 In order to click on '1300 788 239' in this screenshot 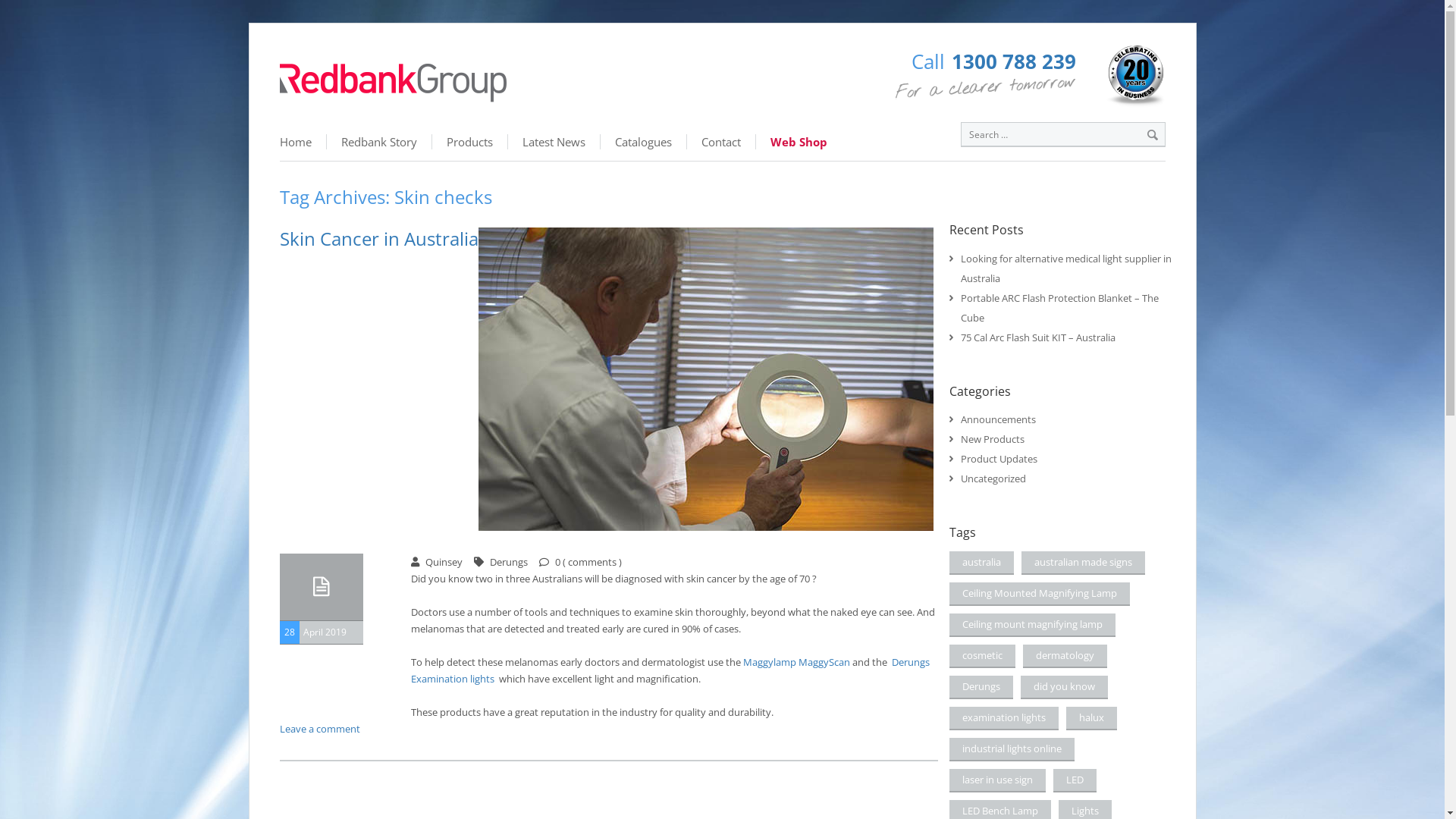, I will do `click(1014, 61)`.